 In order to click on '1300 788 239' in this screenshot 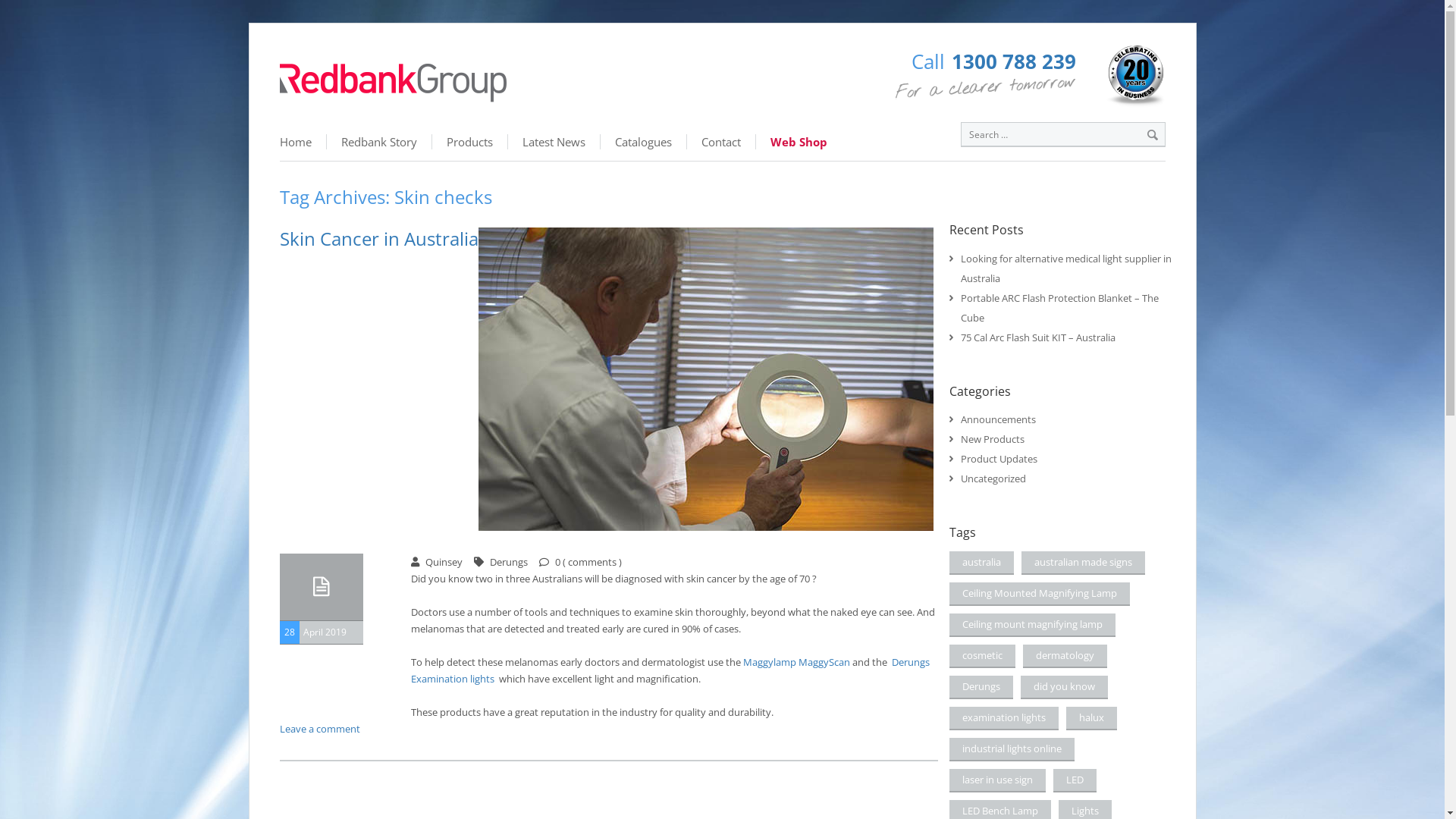, I will do `click(1014, 61)`.